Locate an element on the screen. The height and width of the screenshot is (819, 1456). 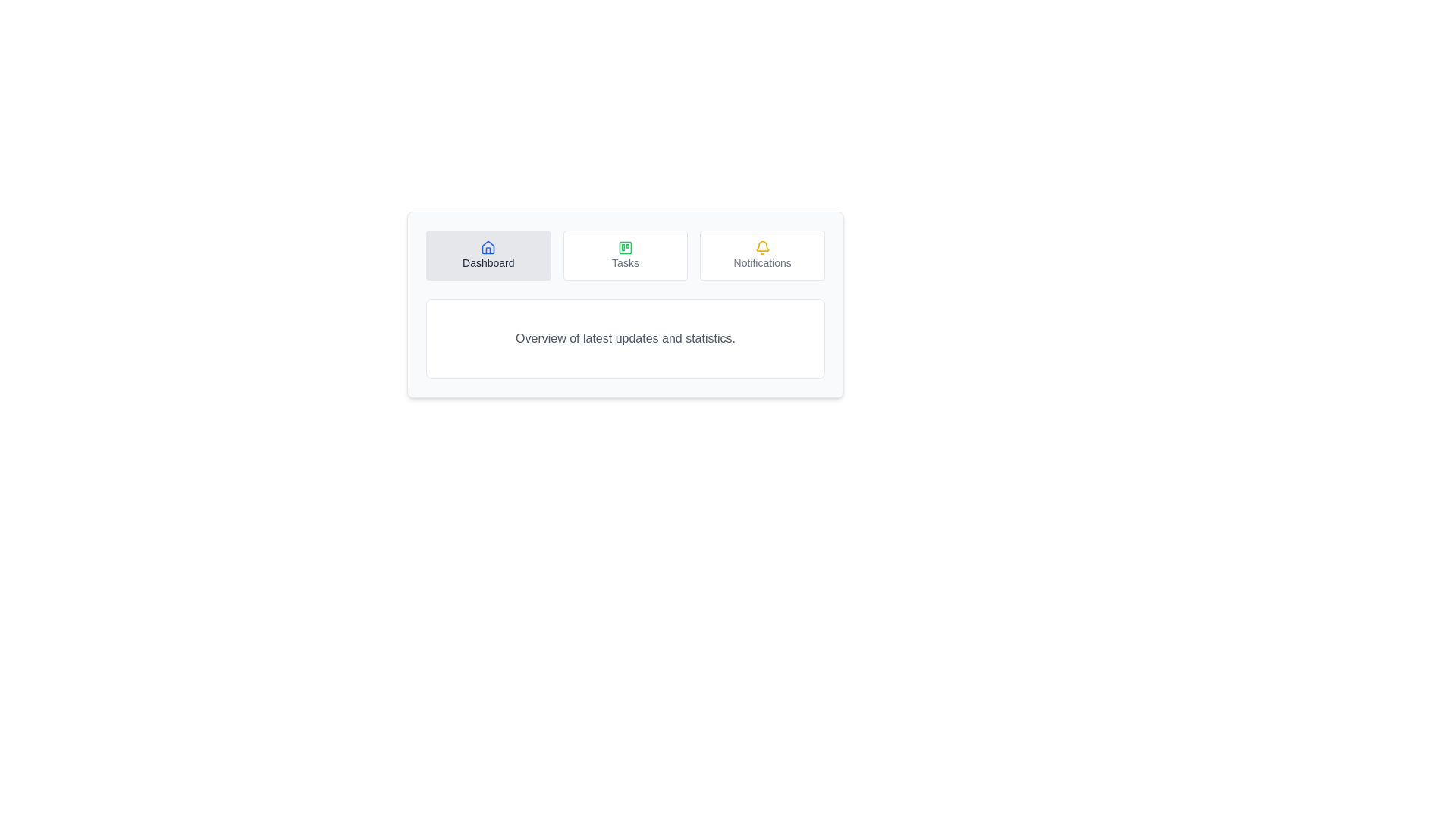
the Notifications tab by clicking its button is located at coordinates (763, 254).